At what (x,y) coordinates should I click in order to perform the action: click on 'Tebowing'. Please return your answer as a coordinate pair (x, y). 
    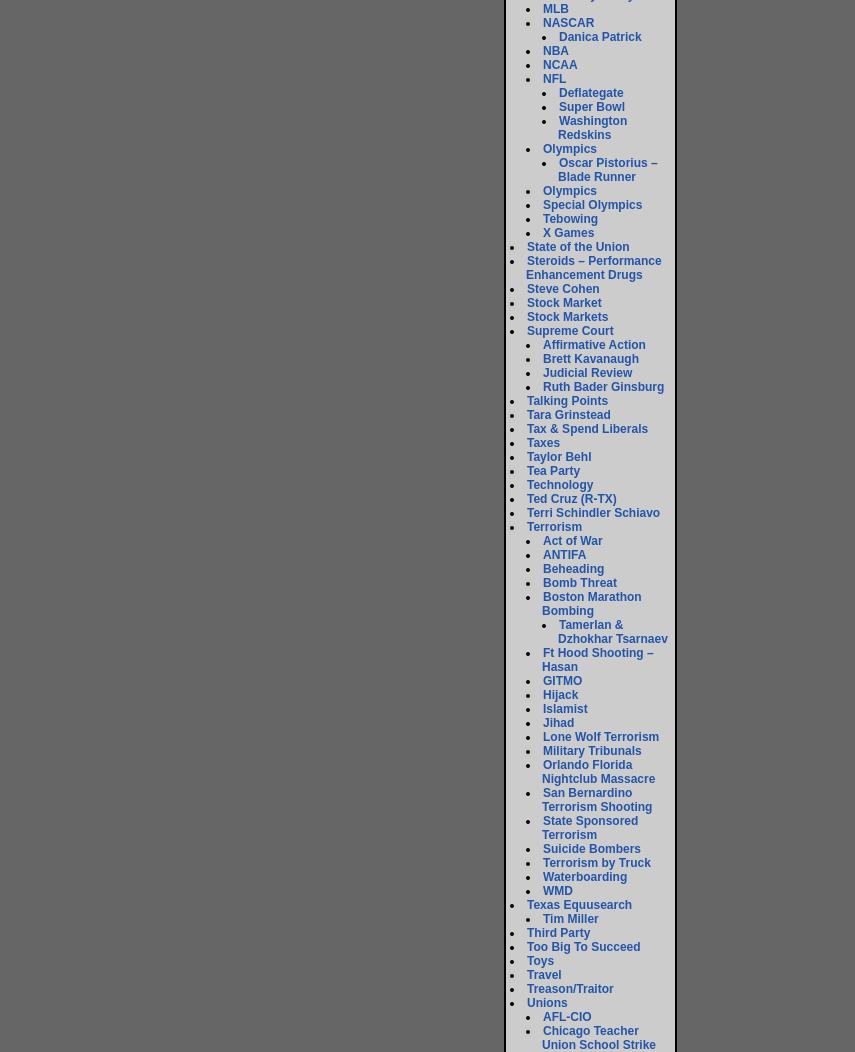
    Looking at the image, I should click on (569, 219).